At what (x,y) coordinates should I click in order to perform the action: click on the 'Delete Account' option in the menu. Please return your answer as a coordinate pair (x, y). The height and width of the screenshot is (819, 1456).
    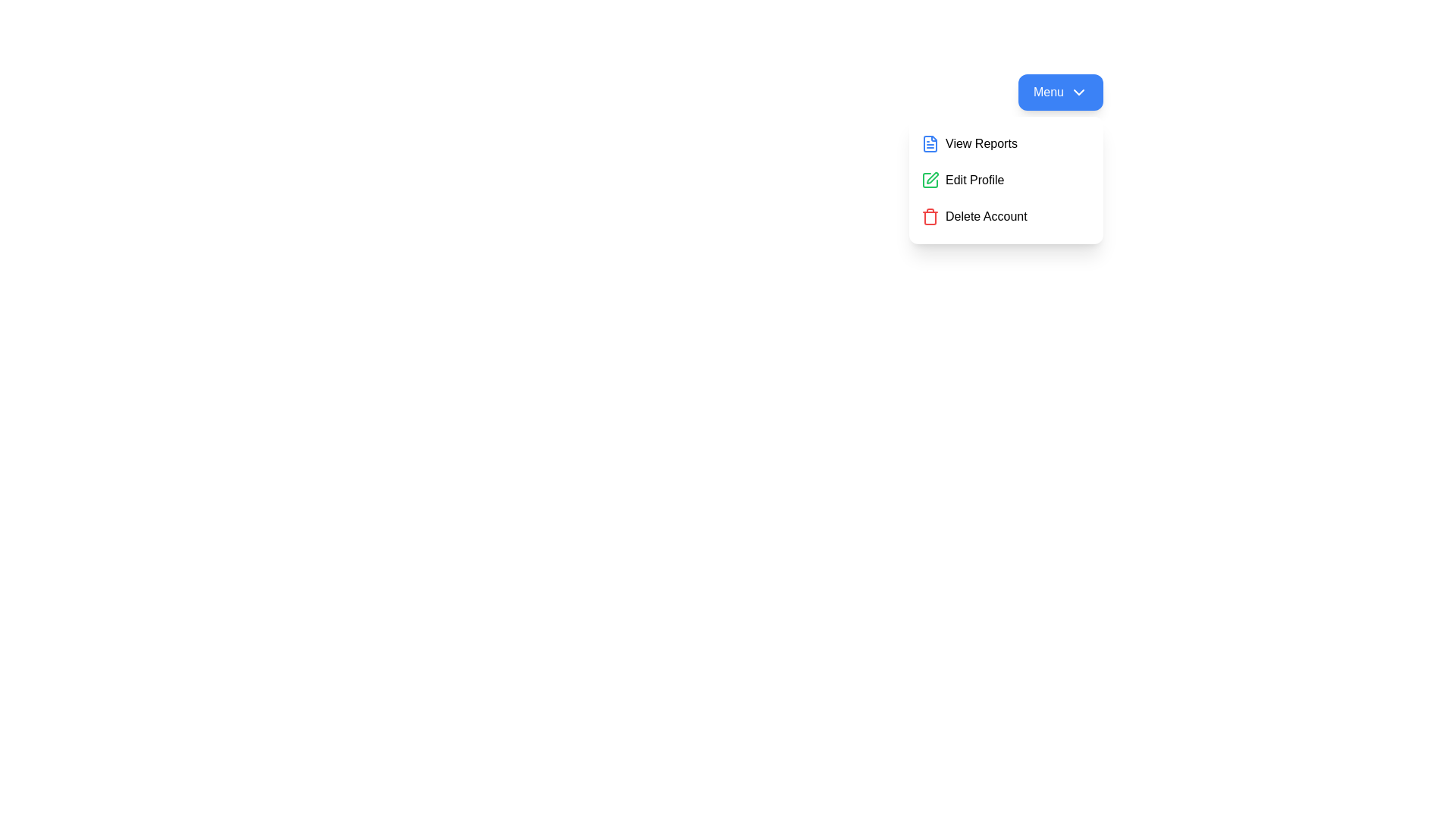
    Looking at the image, I should click on (1006, 216).